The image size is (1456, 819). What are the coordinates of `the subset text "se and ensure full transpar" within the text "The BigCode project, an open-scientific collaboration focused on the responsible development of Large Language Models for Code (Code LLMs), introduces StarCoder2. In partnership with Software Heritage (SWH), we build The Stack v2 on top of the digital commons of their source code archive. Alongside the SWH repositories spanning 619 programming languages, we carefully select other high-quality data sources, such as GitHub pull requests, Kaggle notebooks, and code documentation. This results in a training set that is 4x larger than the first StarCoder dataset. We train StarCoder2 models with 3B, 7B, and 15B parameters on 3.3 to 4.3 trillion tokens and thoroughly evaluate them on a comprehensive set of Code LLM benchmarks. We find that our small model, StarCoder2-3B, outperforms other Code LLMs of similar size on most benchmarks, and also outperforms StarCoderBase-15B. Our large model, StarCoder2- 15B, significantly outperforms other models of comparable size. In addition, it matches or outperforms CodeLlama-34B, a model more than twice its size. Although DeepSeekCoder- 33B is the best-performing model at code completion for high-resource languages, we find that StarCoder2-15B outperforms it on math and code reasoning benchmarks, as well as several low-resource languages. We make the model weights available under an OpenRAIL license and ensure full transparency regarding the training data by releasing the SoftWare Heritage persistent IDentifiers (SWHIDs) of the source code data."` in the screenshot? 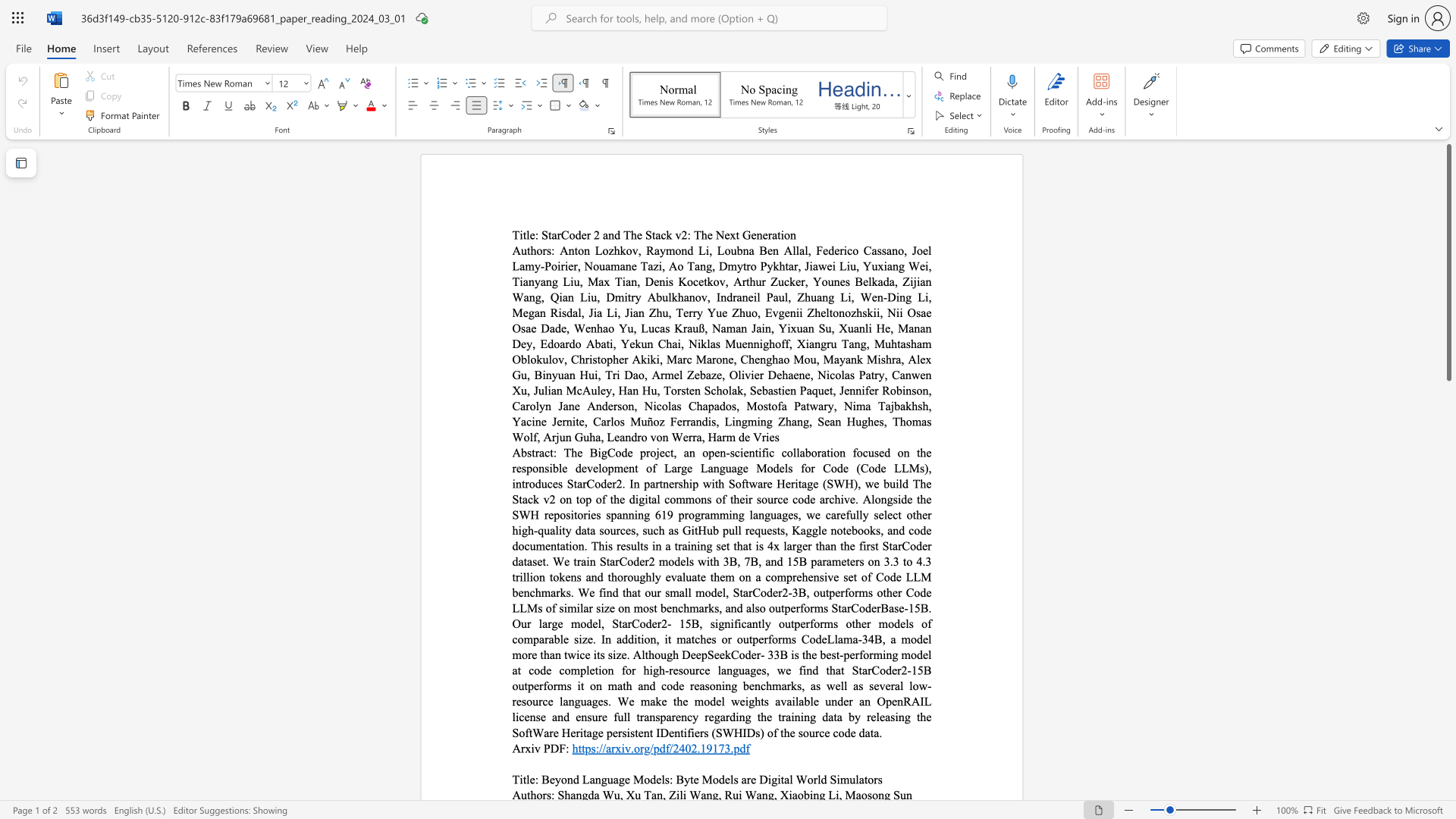 It's located at (535, 717).